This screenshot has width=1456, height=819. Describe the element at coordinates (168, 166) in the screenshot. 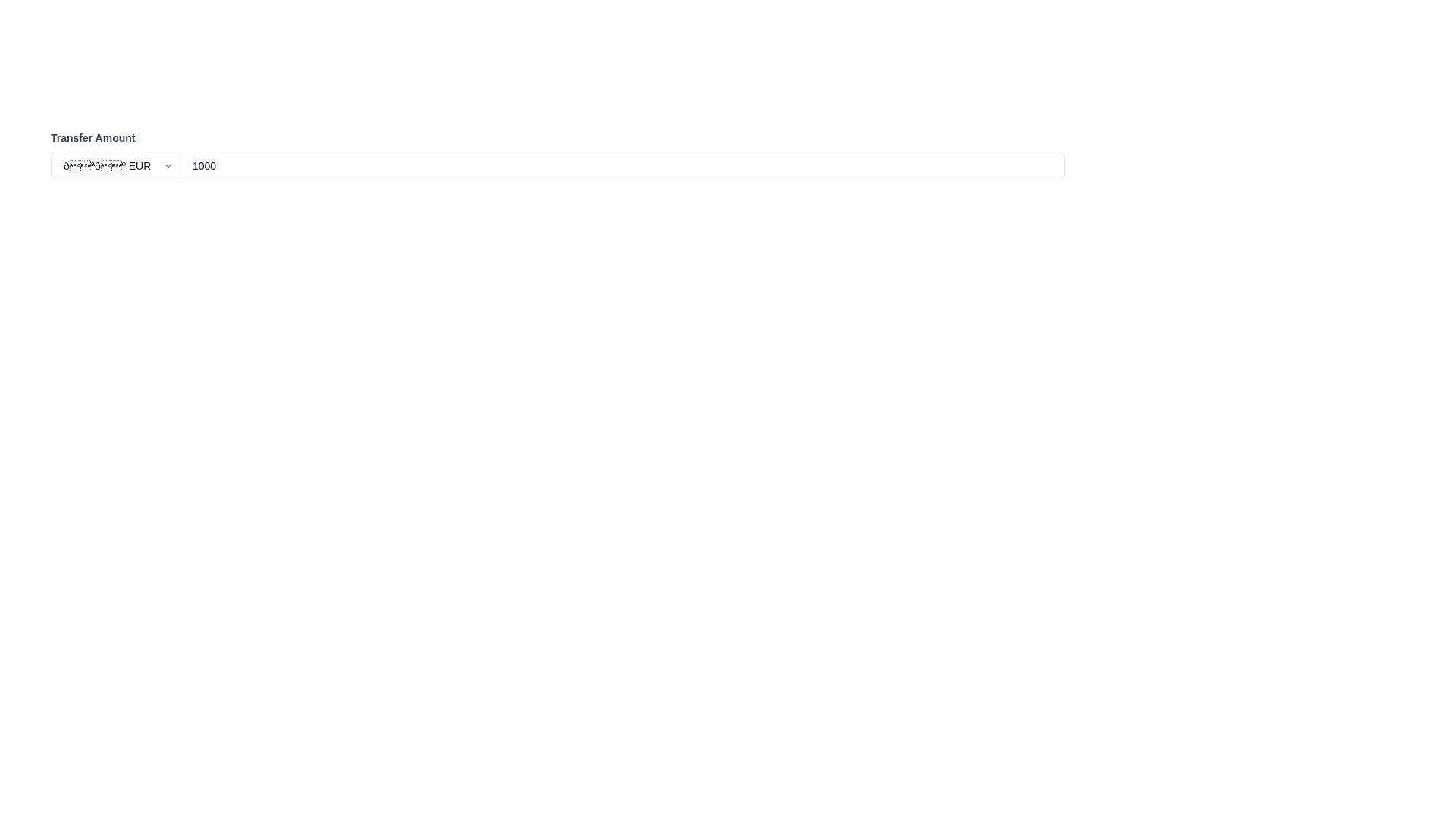

I see `the small downward-pointing chevron arrow icon indicating a dropdown menu located to the right of the currency label 'EUR' in the 'Transfer Amount' input field` at that location.